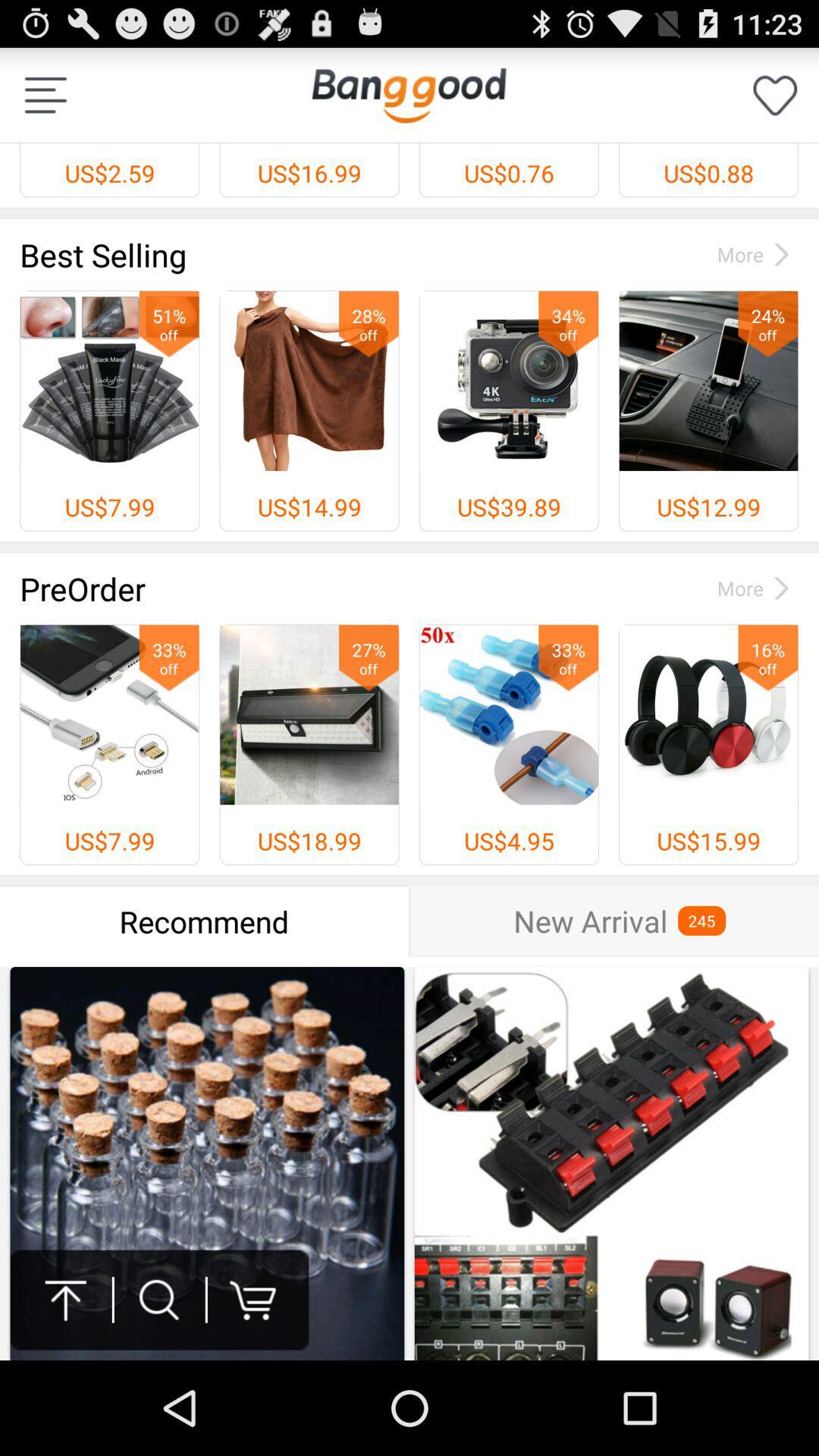 This screenshot has height=1456, width=819. What do you see at coordinates (775, 101) in the screenshot?
I see `the favorite icon` at bounding box center [775, 101].